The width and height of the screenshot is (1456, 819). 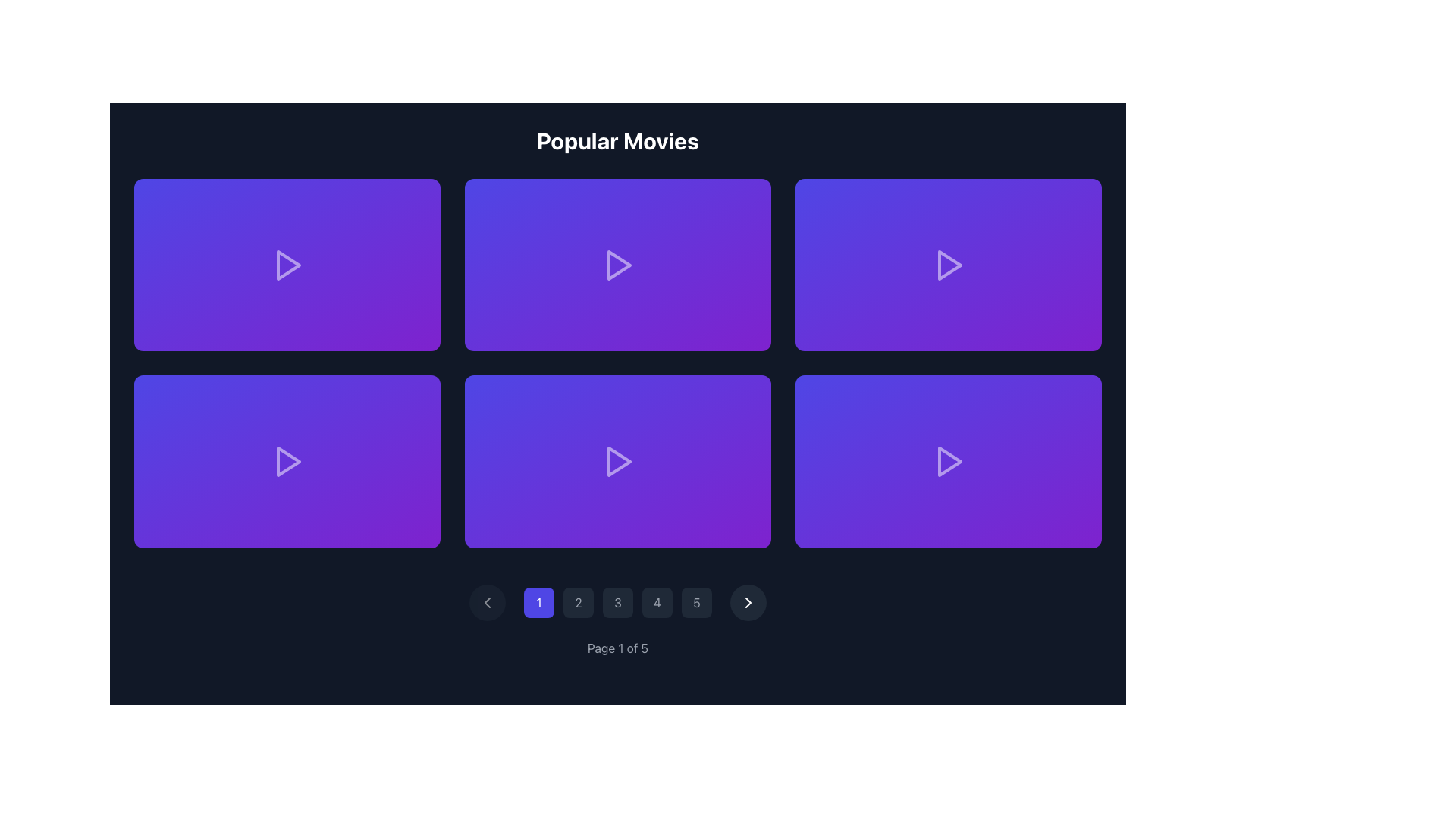 I want to click on the fourth navigation button located at the bottom center of the interface, so click(x=657, y=601).